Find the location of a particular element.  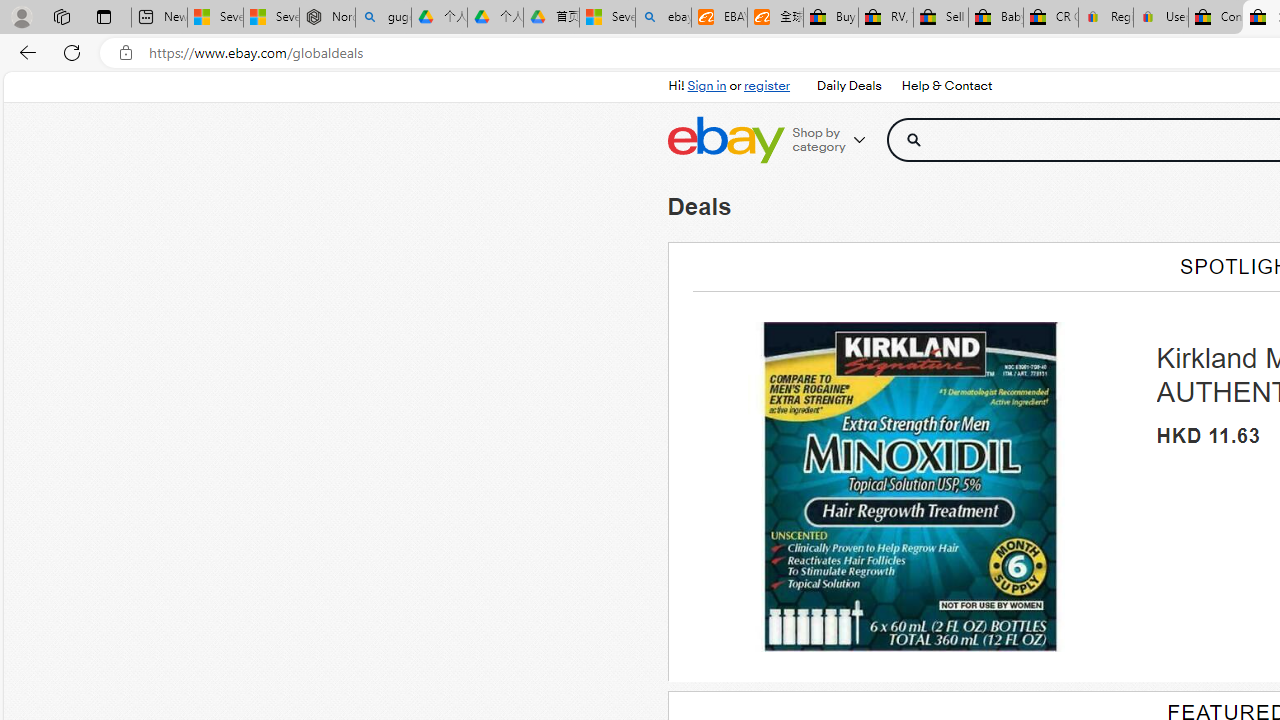

'guge yunpan - Search' is located at coordinates (383, 17).